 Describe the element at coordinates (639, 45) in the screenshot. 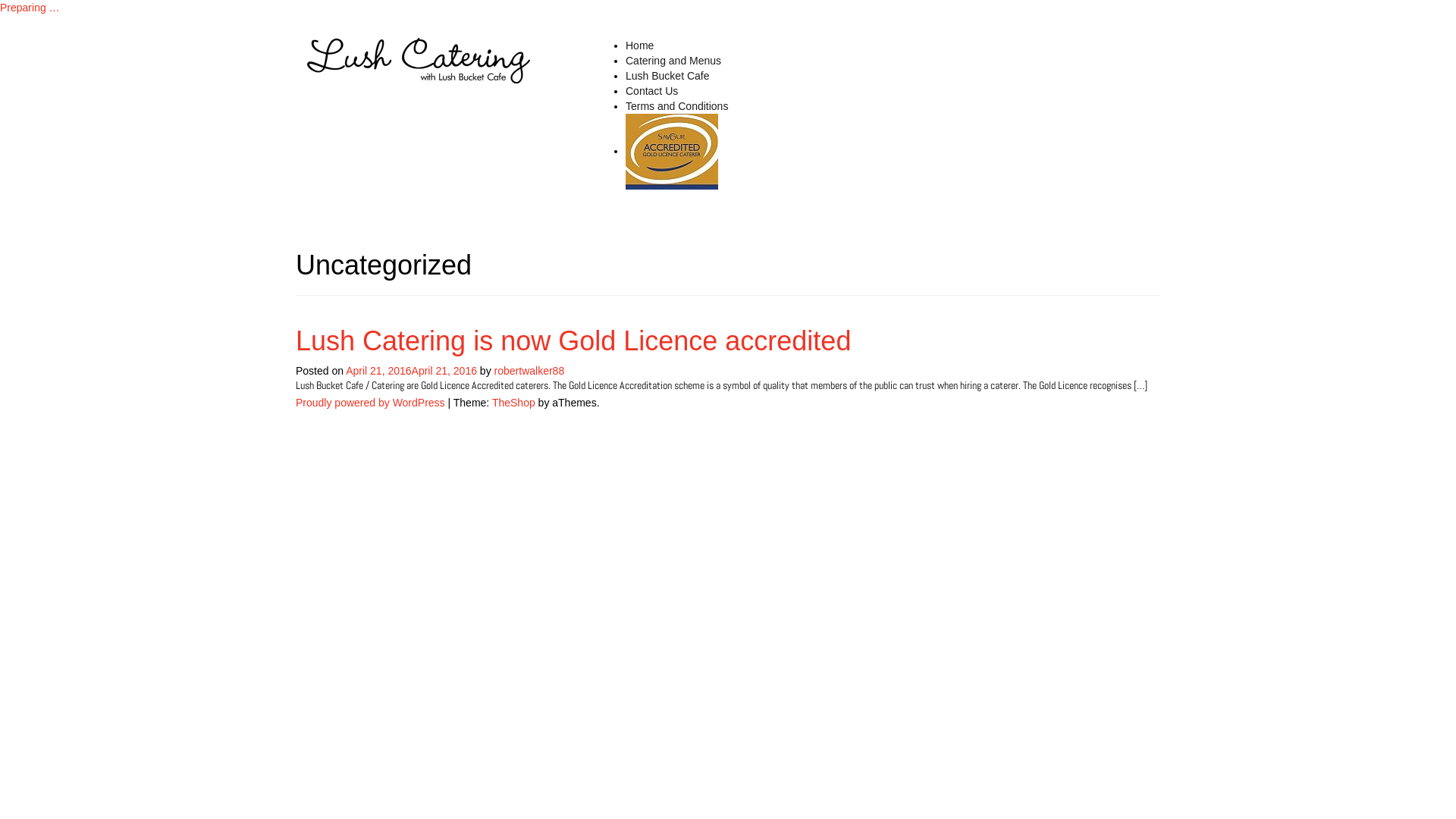

I see `'Home'` at that location.